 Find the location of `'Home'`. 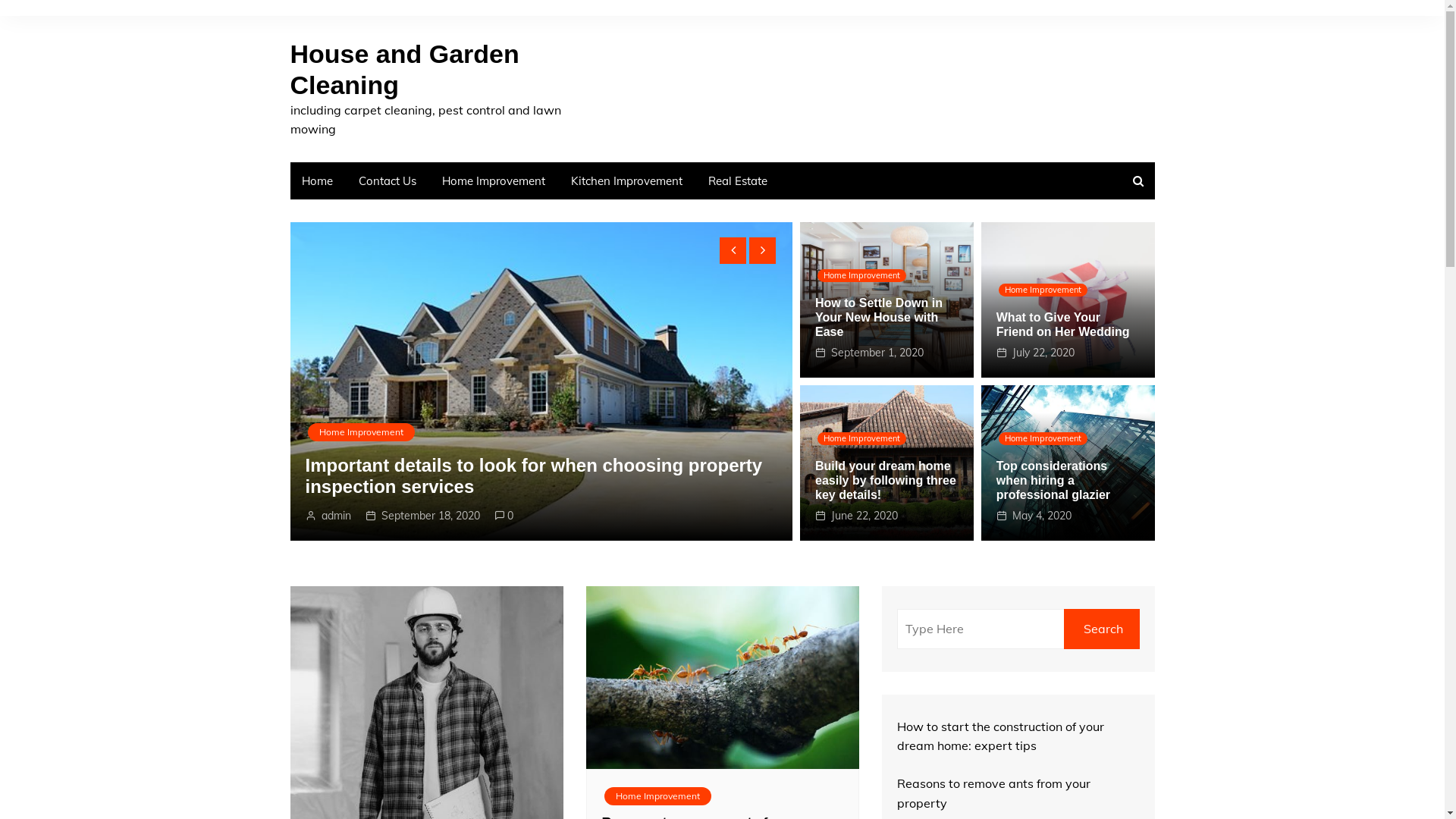

'Home' is located at coordinates (290, 180).